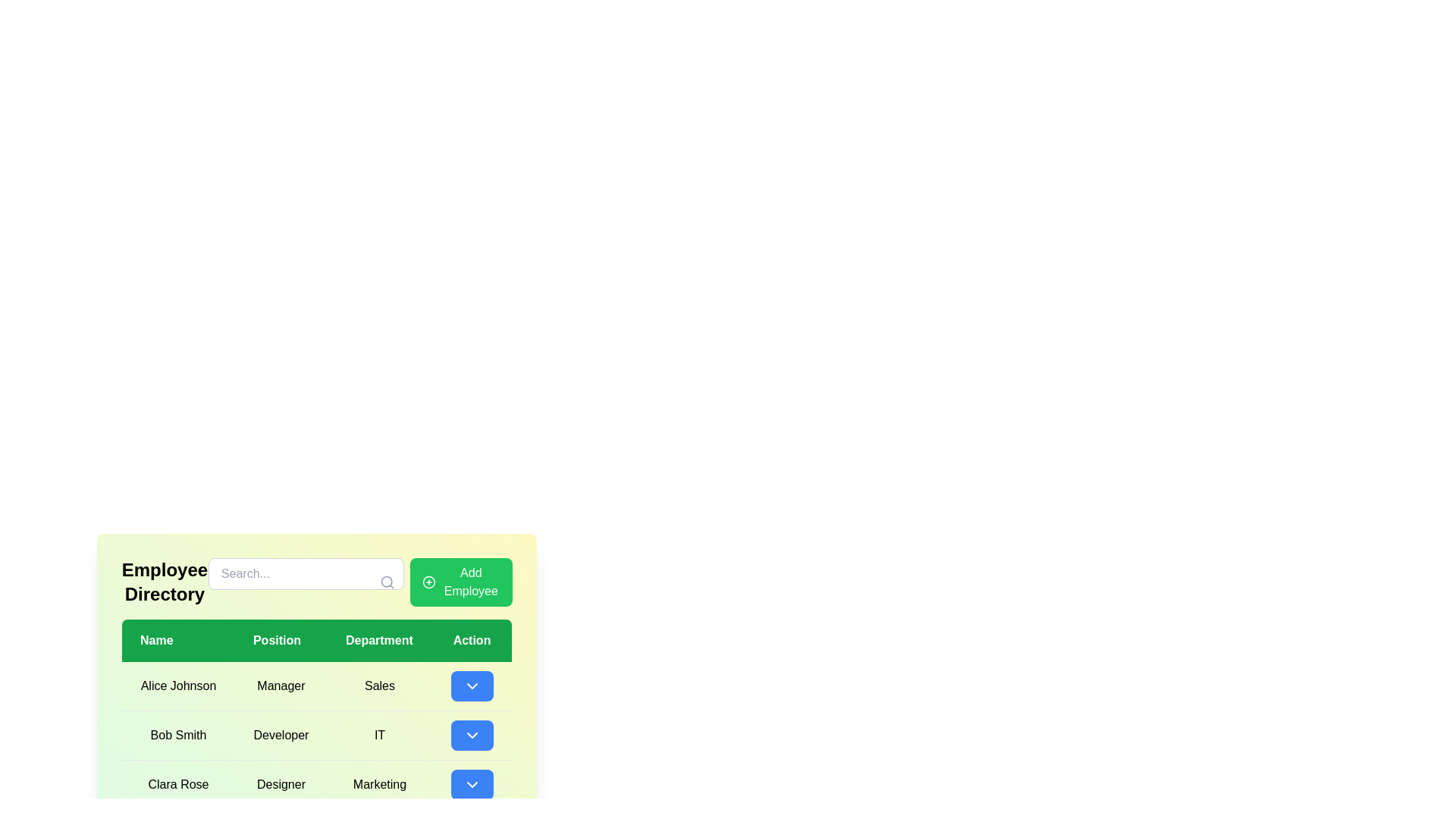 The width and height of the screenshot is (1456, 819). I want to click on the 'Add New Employee' button located to the right of the search bar, so click(460, 581).